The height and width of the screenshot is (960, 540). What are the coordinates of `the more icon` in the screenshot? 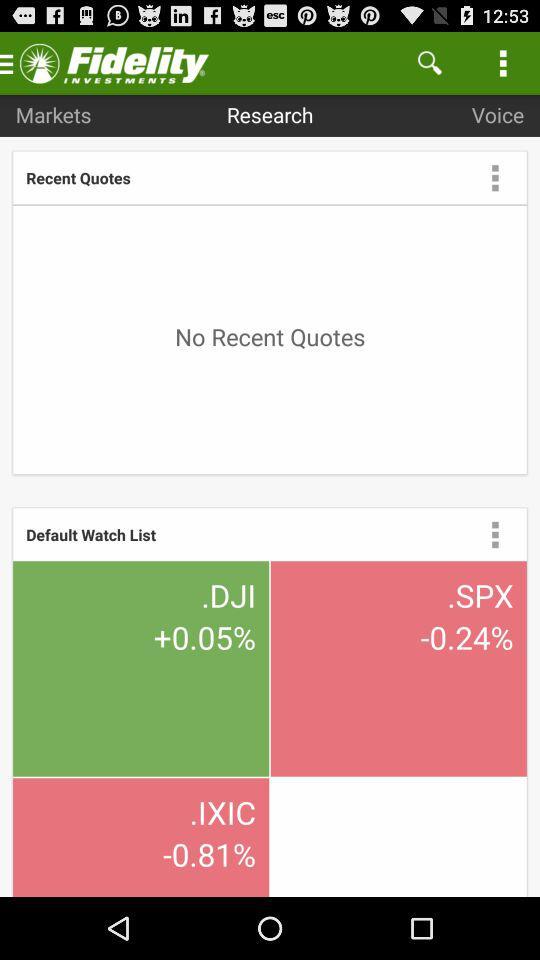 It's located at (494, 572).